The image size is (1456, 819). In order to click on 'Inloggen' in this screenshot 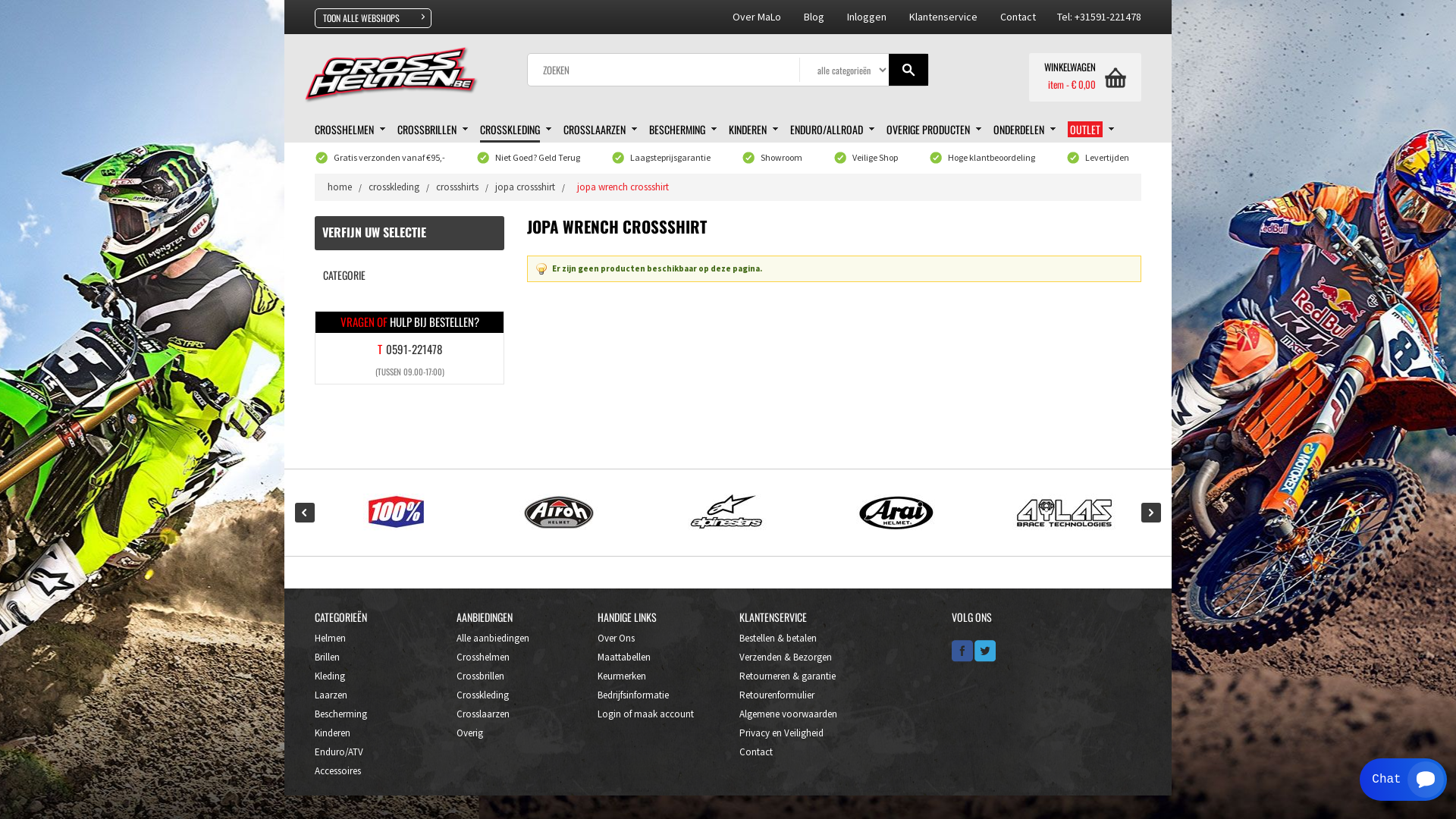, I will do `click(866, 17)`.